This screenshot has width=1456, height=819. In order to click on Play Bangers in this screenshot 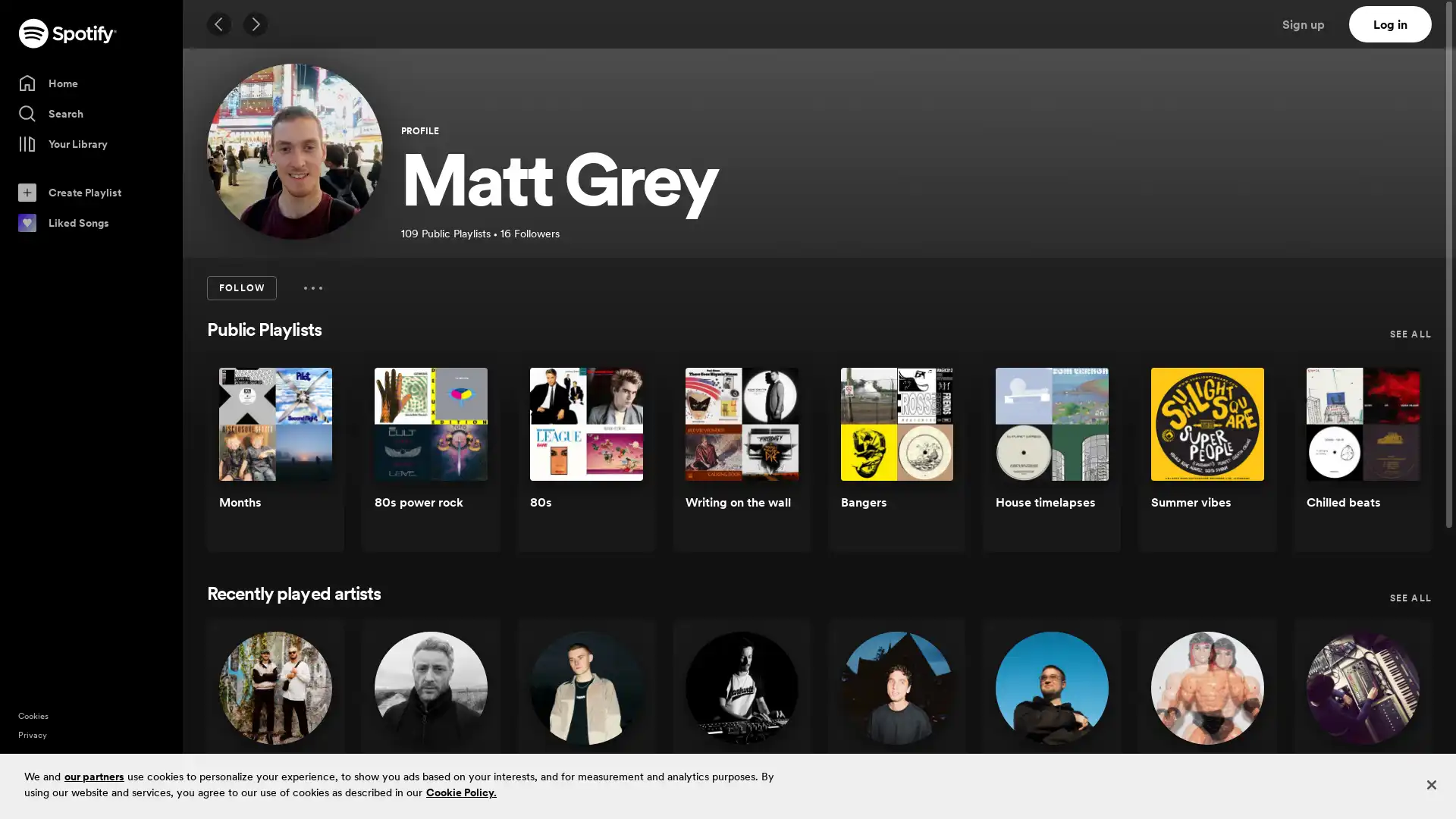, I will do `click(927, 461)`.